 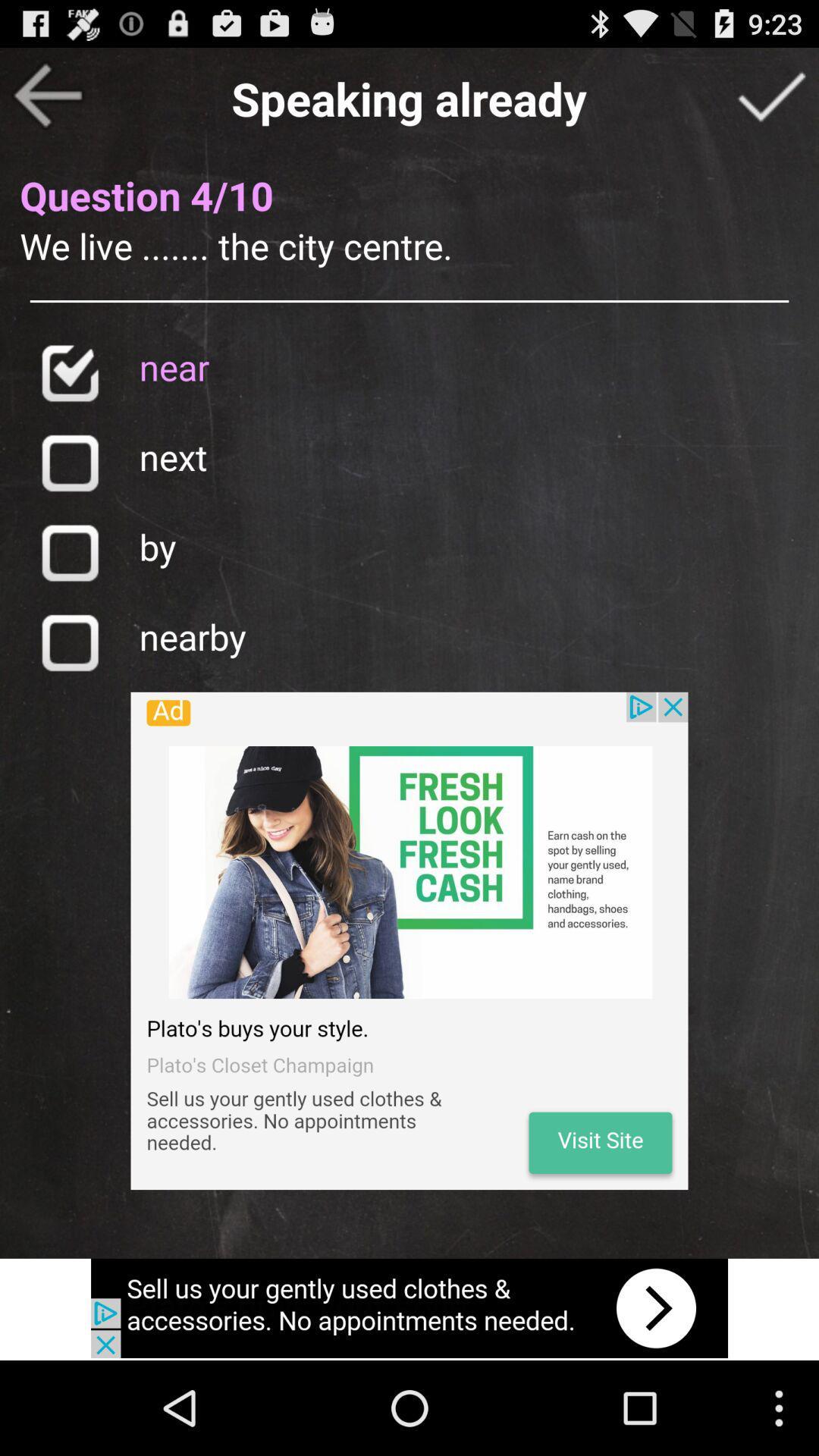 What do you see at coordinates (771, 94) in the screenshot?
I see `option` at bounding box center [771, 94].